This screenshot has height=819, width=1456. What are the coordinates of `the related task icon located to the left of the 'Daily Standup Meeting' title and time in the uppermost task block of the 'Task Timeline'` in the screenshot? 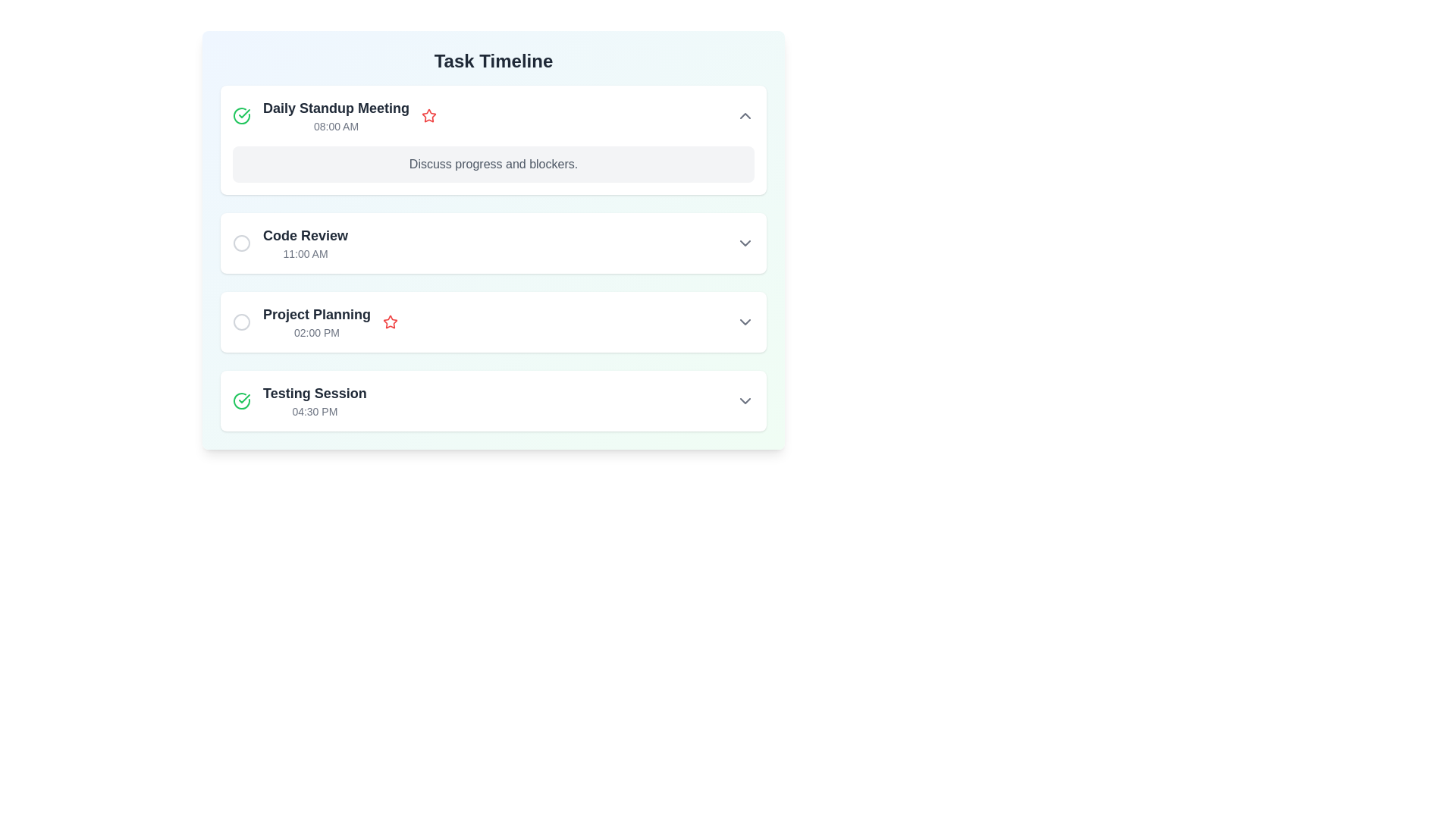 It's located at (335, 115).